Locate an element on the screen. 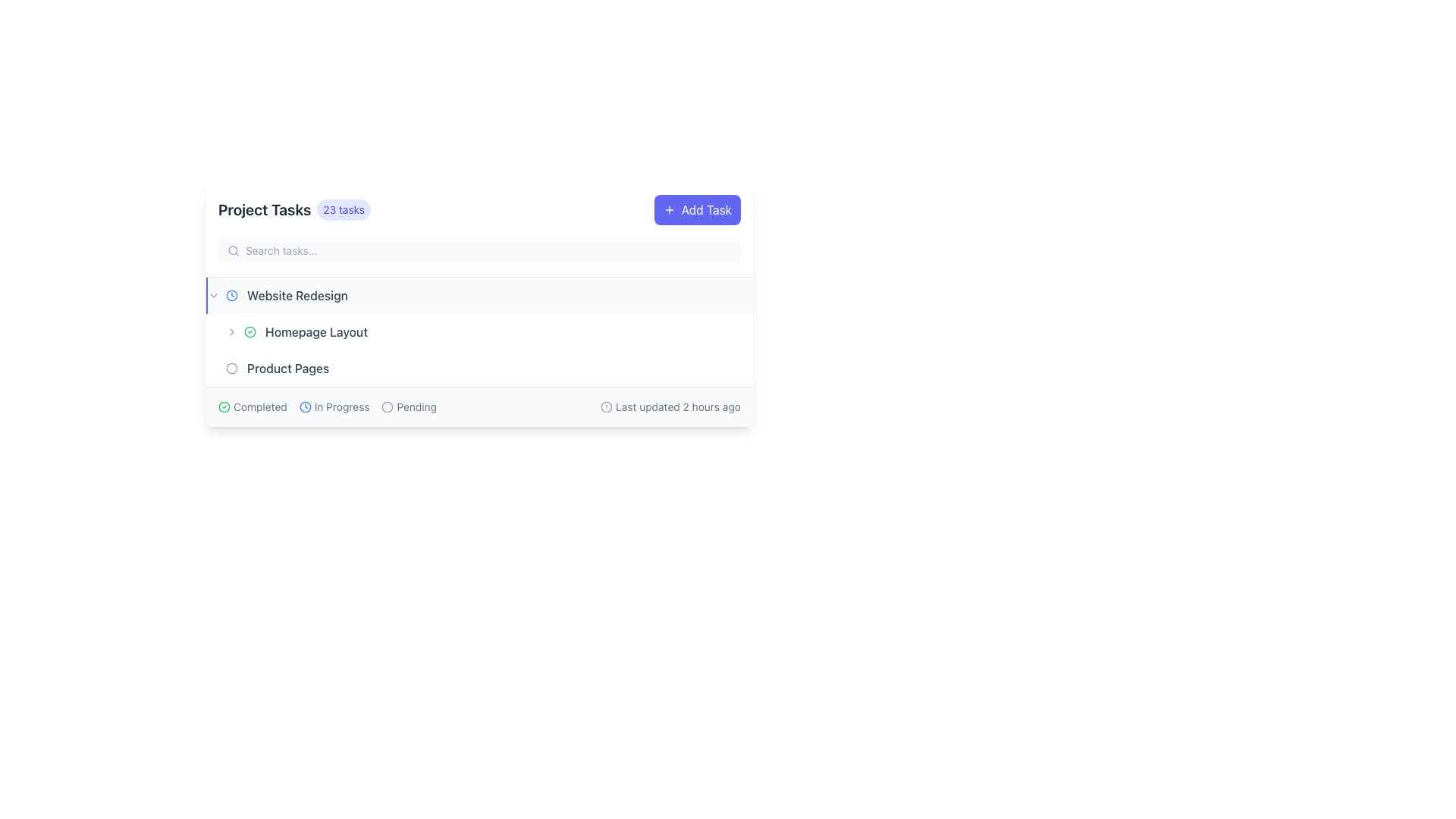 The height and width of the screenshot is (819, 1456). the state of the status indicator icon that marks the associated task as completed, located to the left of the 'Homepage Layout' text in the task item list is located at coordinates (250, 331).